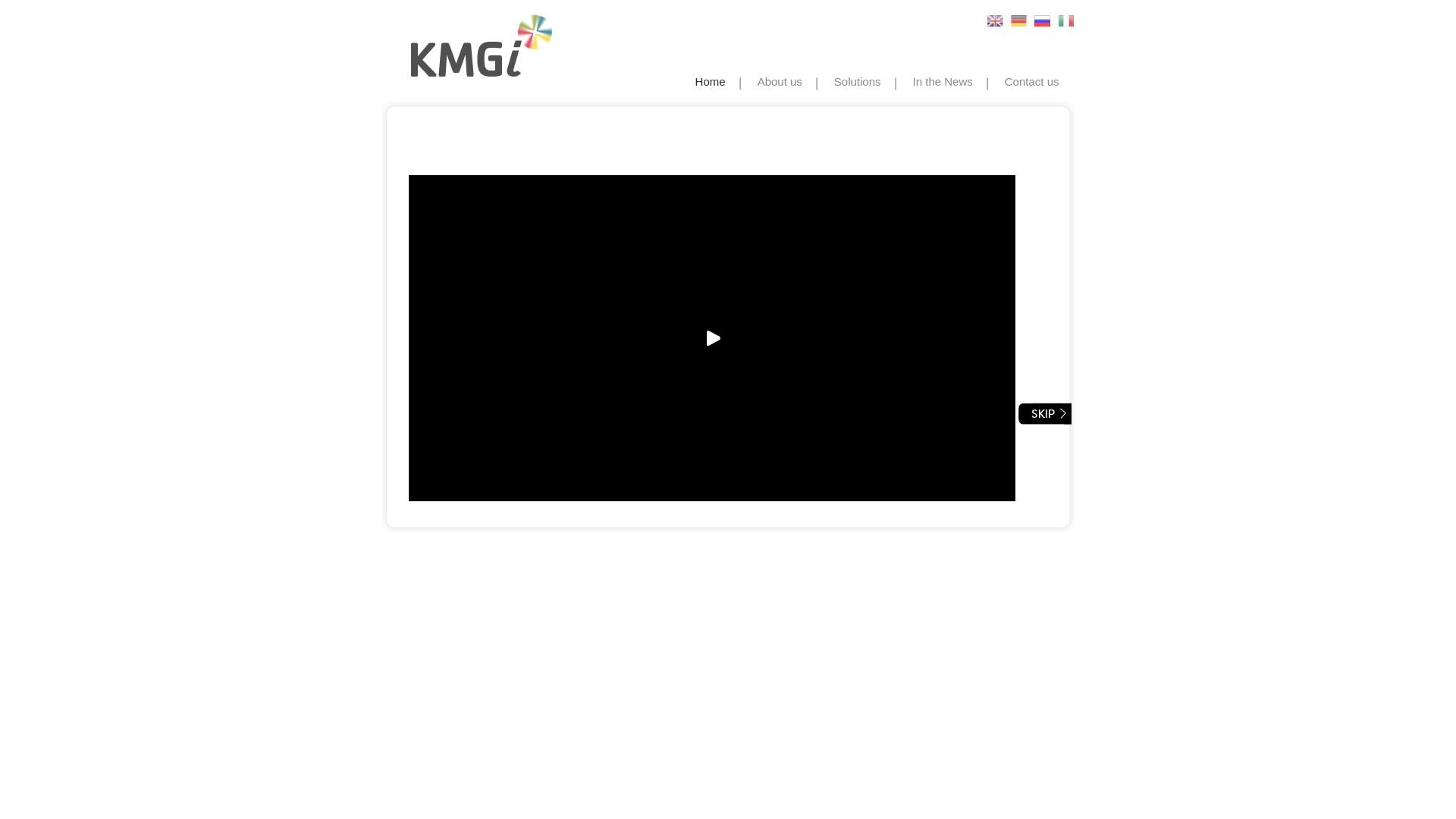 The image size is (1456, 819). I want to click on 'About us', so click(780, 81).